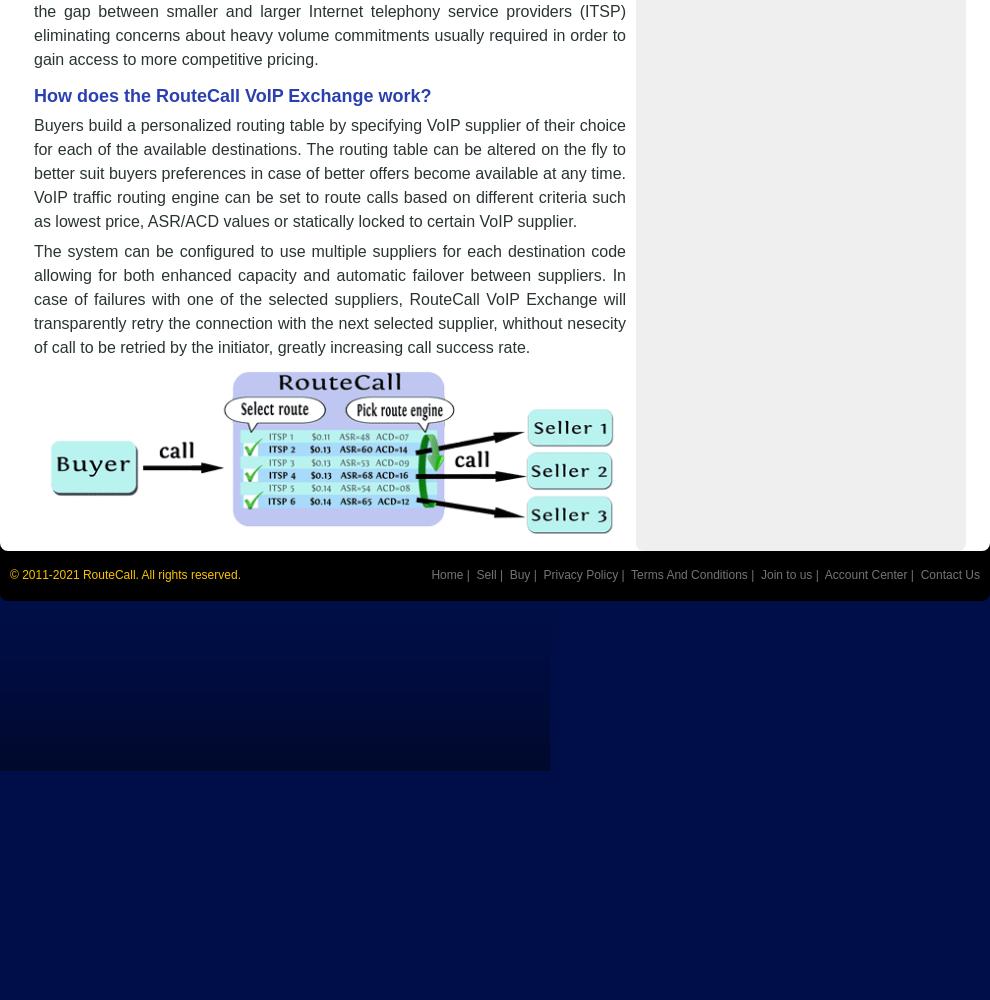 The image size is (990, 1000). I want to click on 'Account Center', so click(865, 574).